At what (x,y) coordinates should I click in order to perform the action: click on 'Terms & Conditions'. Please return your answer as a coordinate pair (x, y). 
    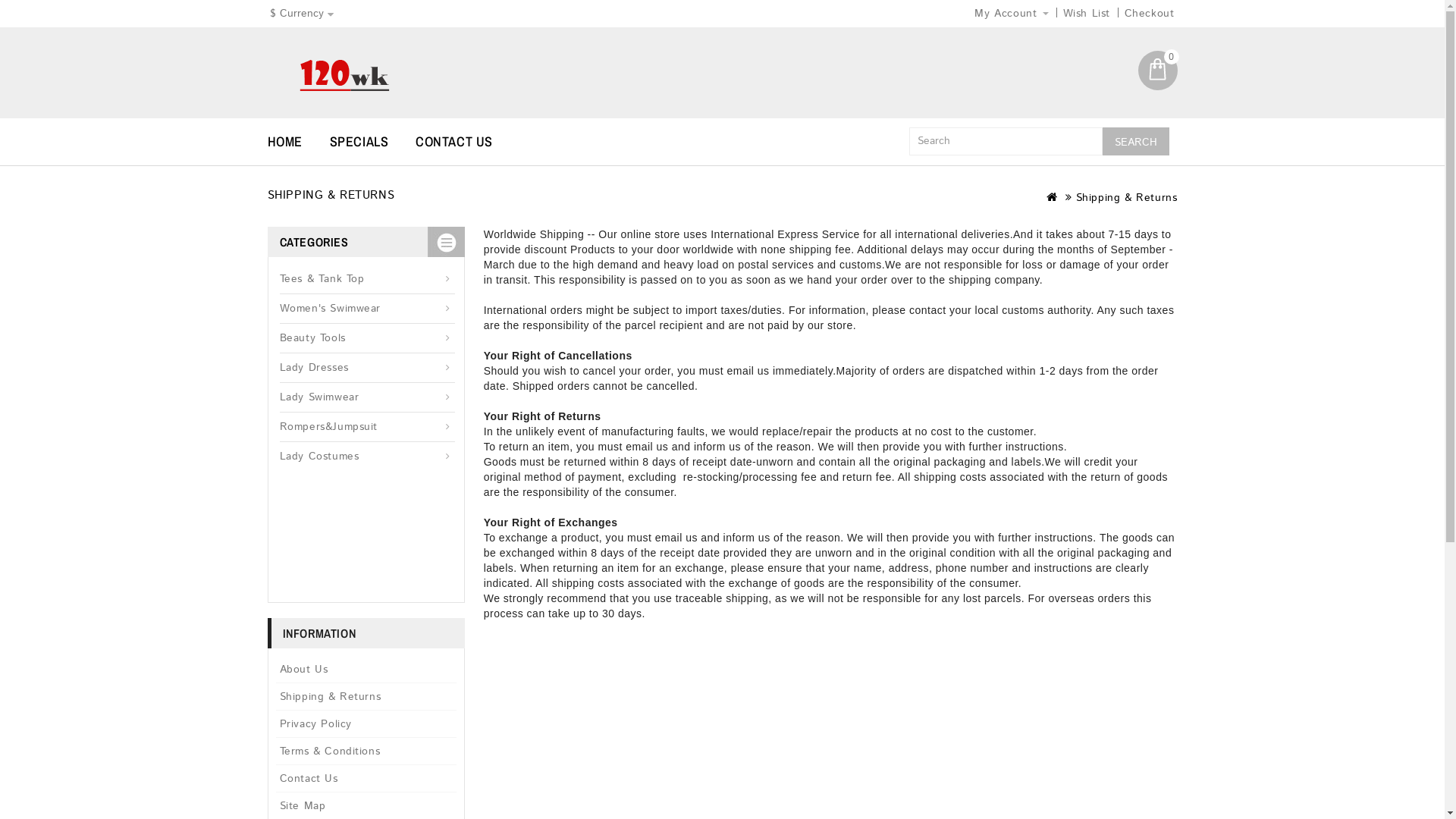
    Looking at the image, I should click on (366, 751).